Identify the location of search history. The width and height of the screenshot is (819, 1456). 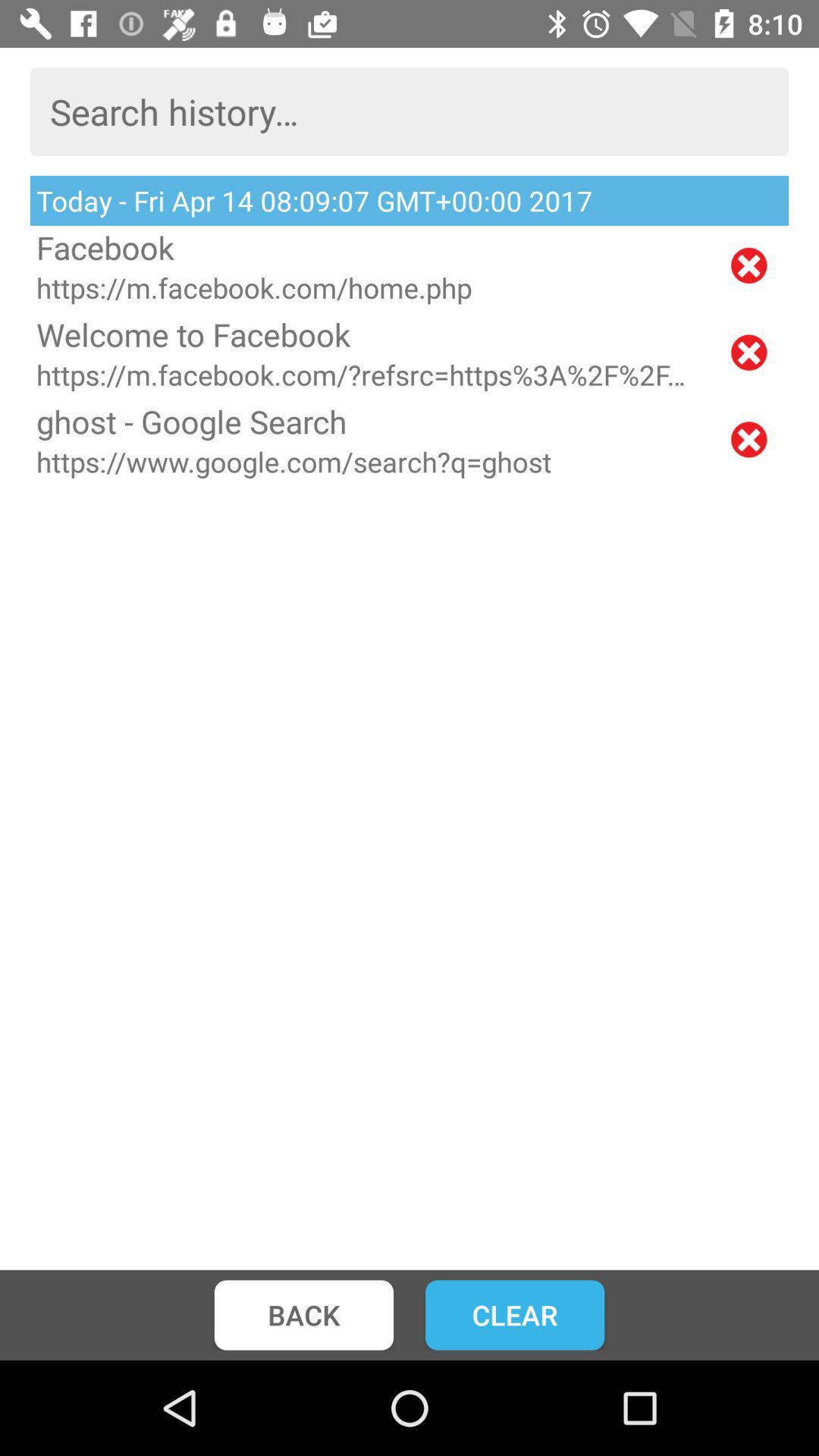
(409, 111).